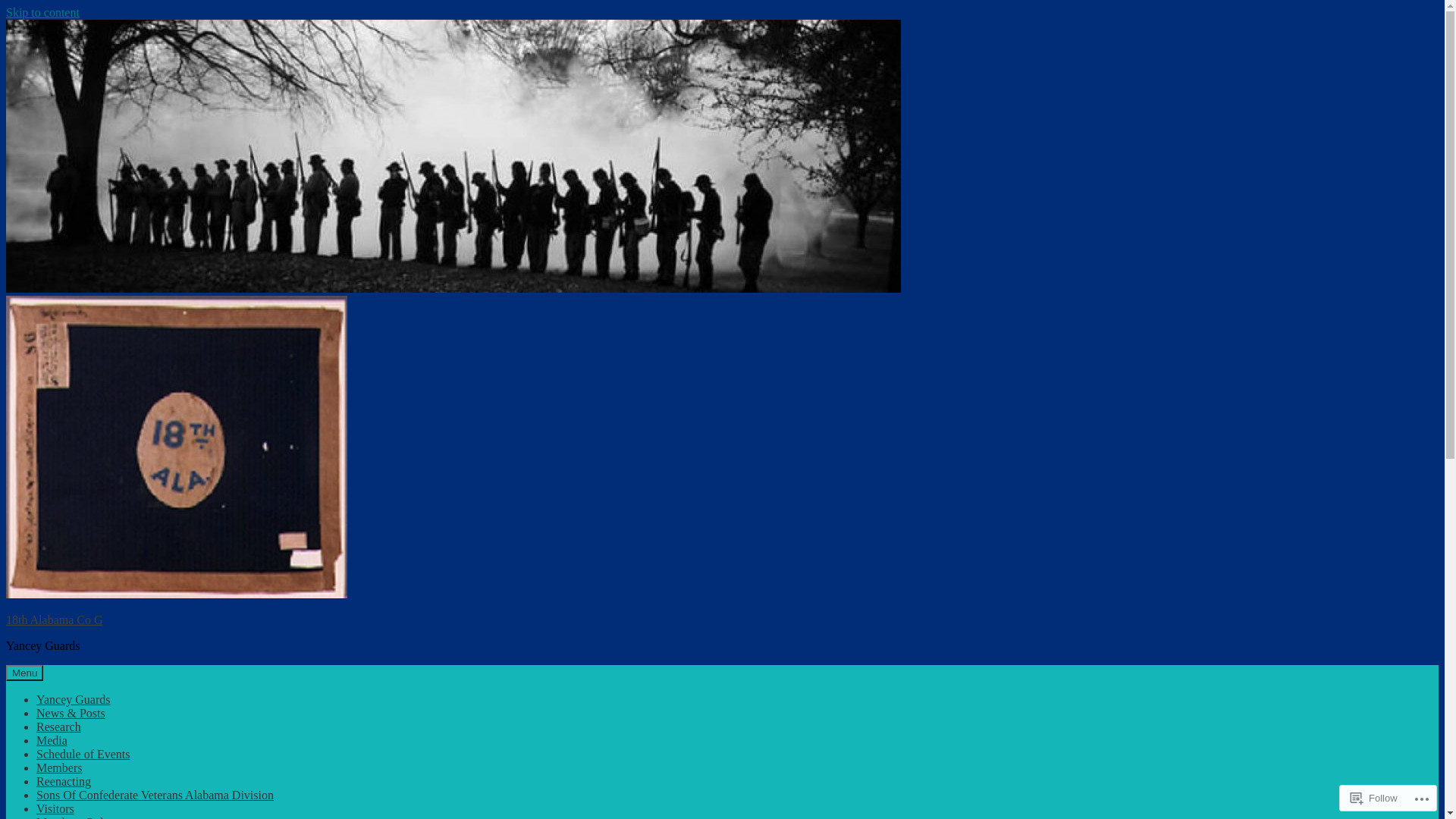 This screenshot has width=1456, height=819. I want to click on 'Menu', so click(24, 672).